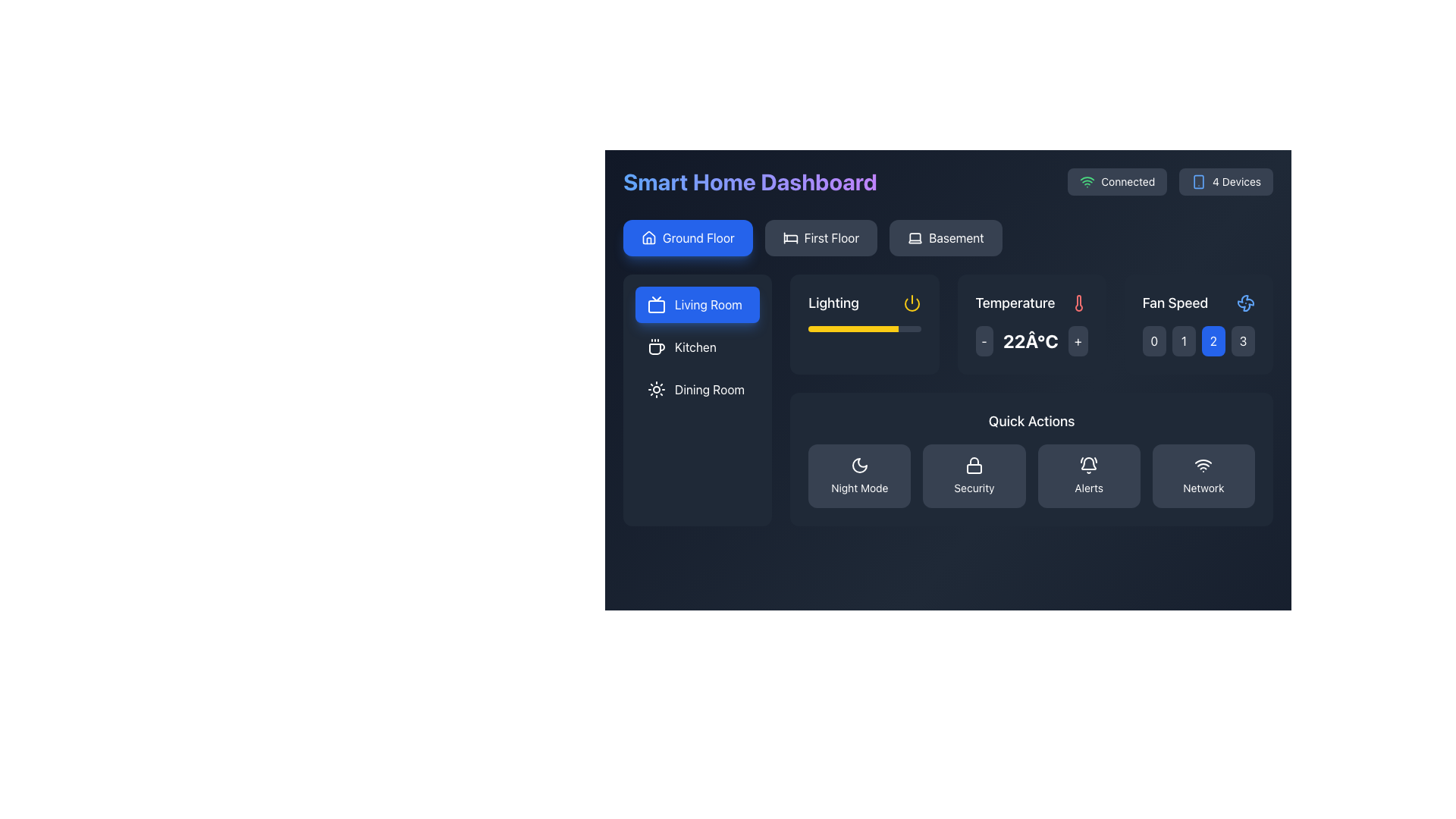 The height and width of the screenshot is (819, 1456). What do you see at coordinates (1088, 463) in the screenshot?
I see `the alert icon contained within the 'Alerts' quick action button, which is located in the bottom row of the dashboard, second from the right among four quick action buttons` at bounding box center [1088, 463].